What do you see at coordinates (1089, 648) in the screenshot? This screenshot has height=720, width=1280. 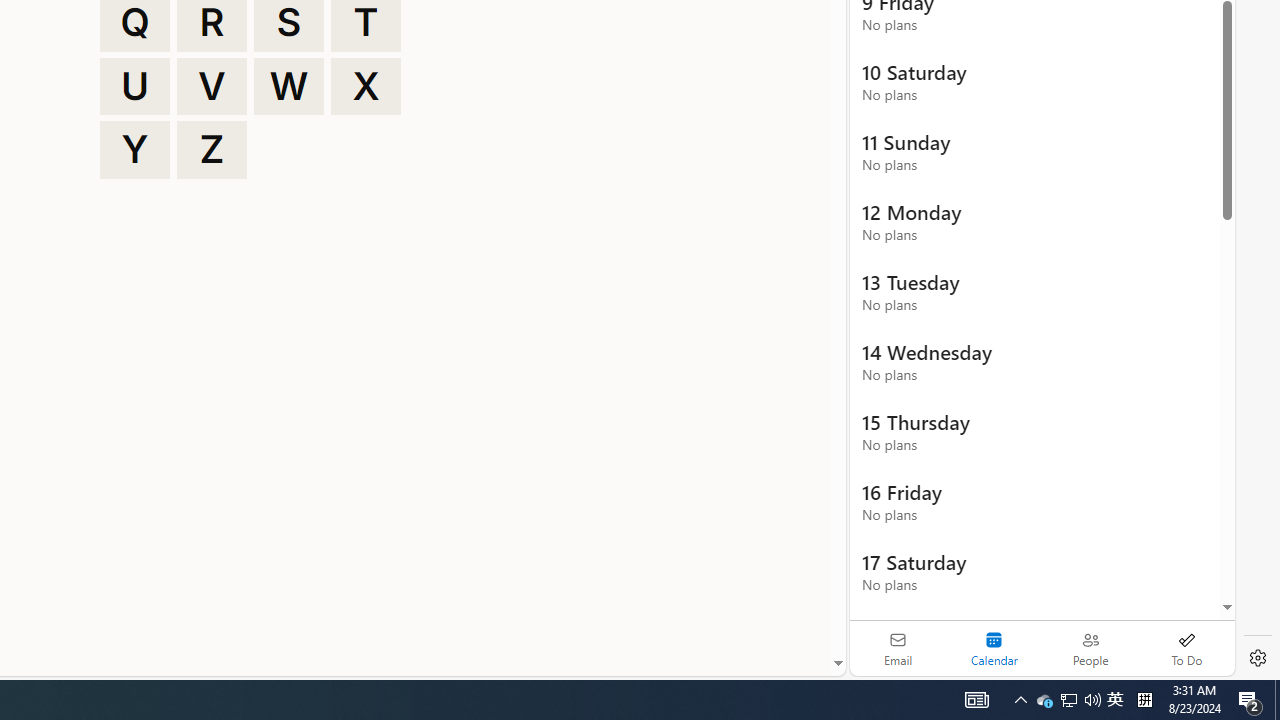 I see `'People'` at bounding box center [1089, 648].